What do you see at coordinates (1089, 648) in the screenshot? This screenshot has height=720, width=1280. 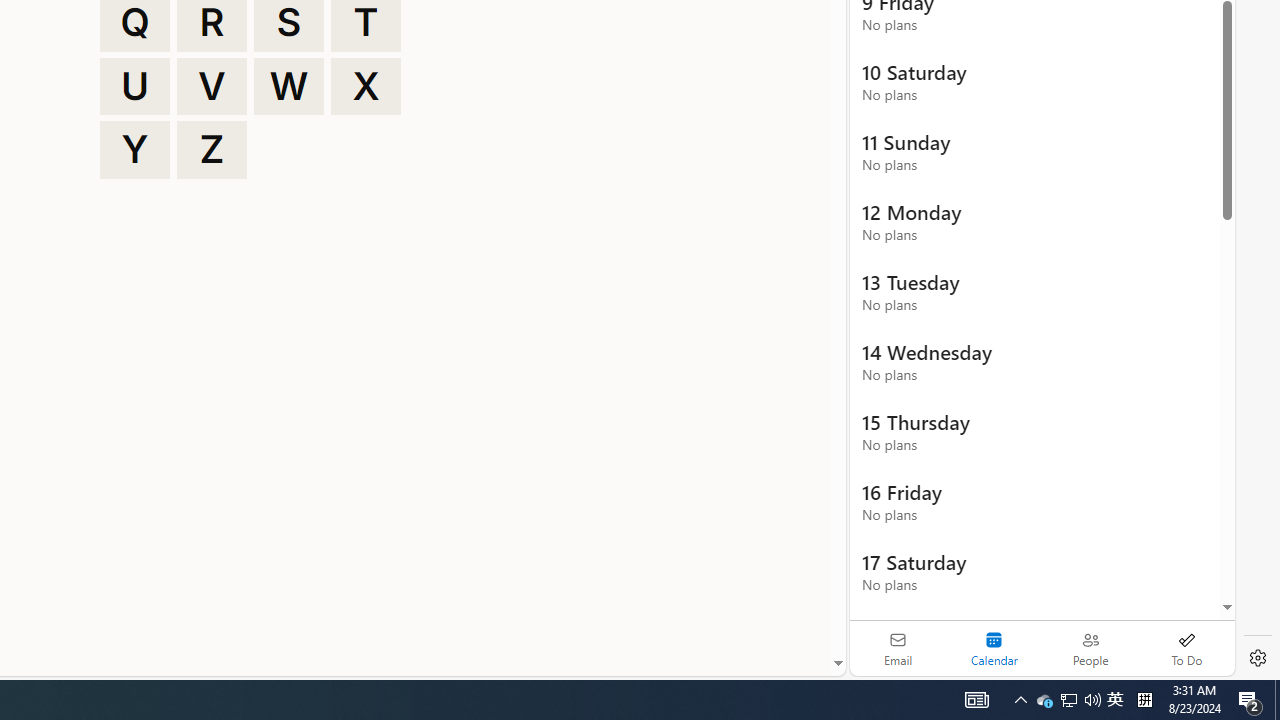 I see `'People'` at bounding box center [1089, 648].